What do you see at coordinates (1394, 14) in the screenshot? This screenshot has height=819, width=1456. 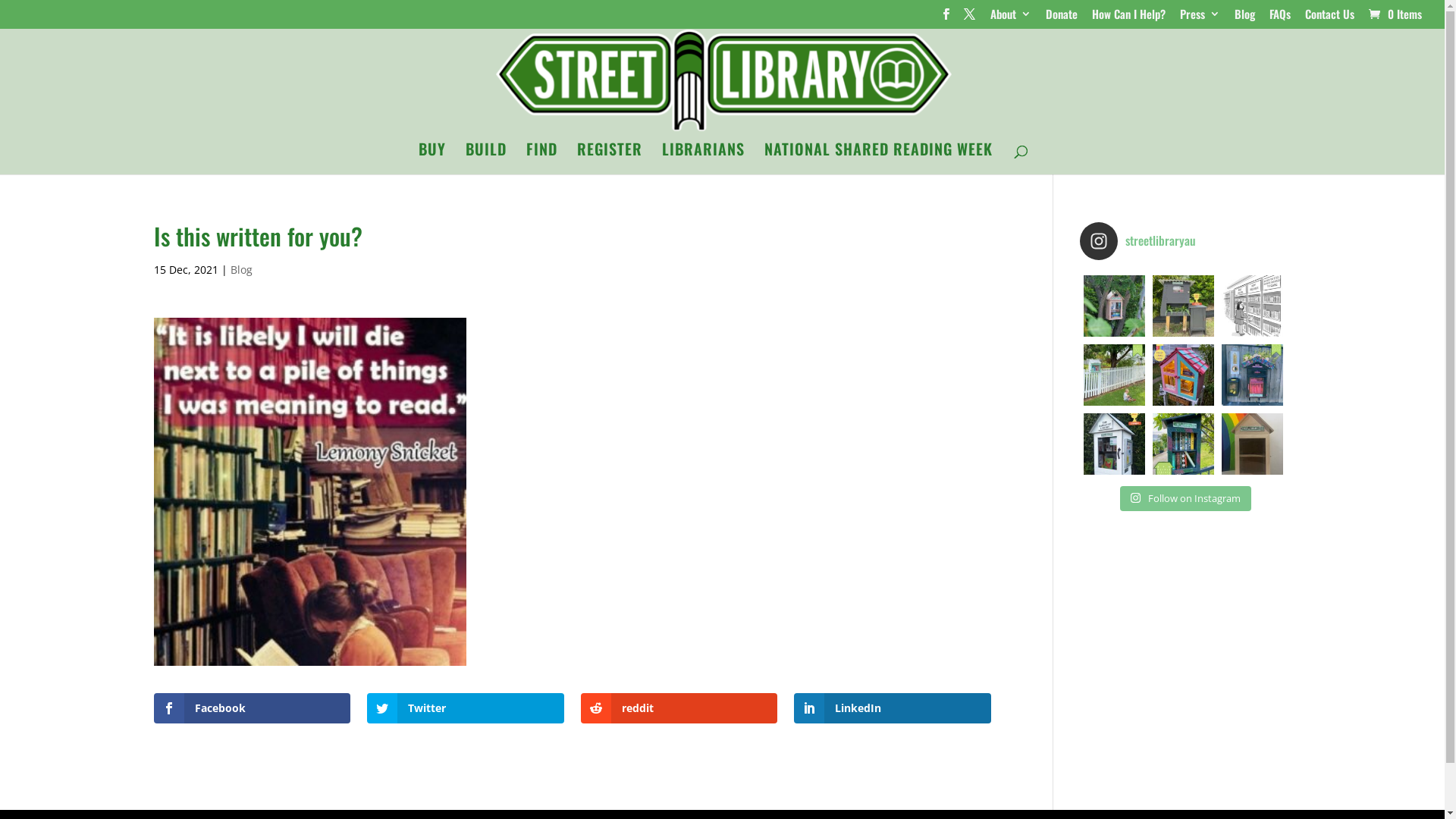 I see `'0 Items'` at bounding box center [1394, 14].